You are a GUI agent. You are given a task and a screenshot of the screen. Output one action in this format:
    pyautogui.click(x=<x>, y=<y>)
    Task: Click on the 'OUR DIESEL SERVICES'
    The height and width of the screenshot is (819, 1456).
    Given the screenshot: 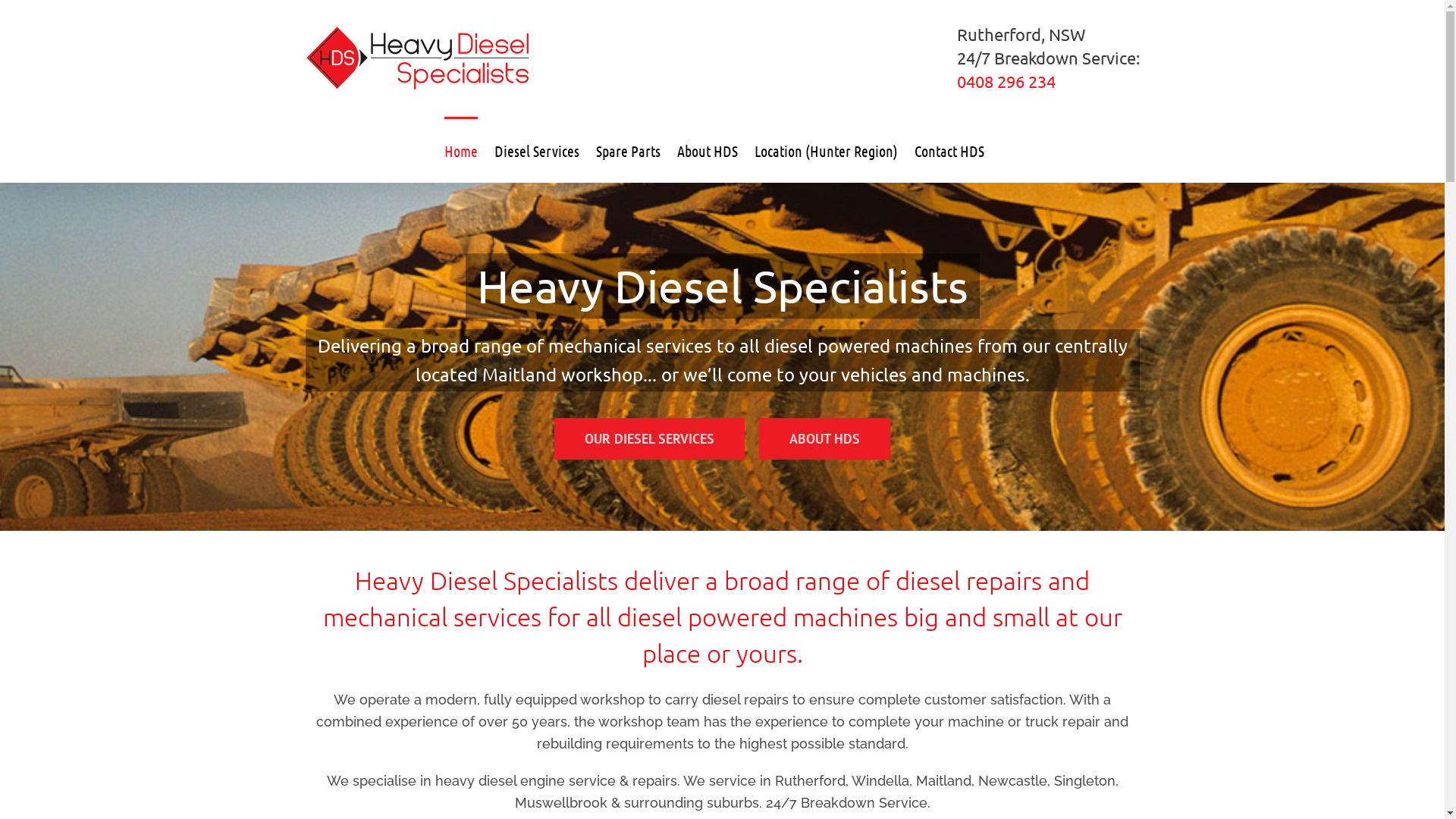 What is the action you would take?
    pyautogui.click(x=649, y=439)
    